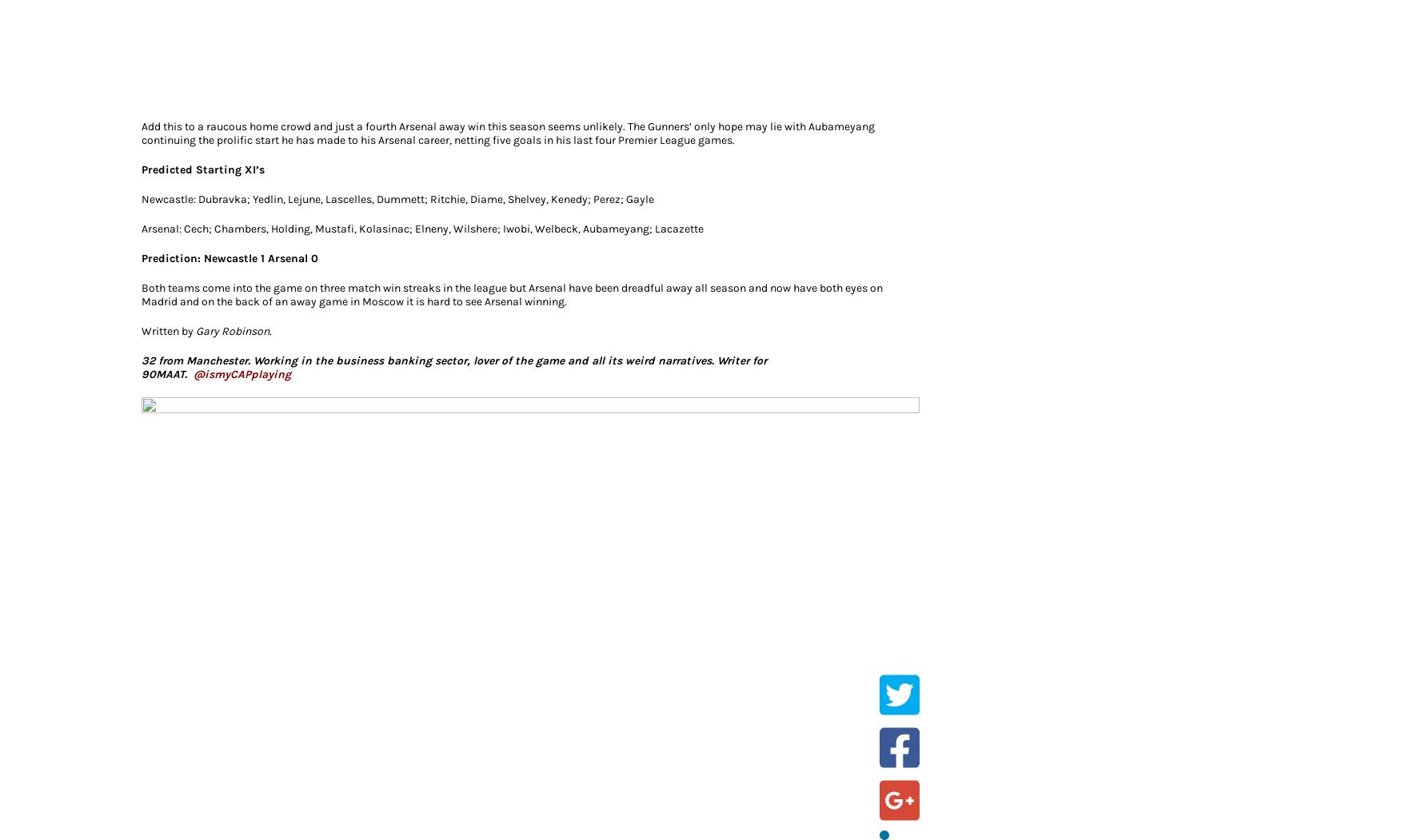 The image size is (1417, 840). What do you see at coordinates (397, 198) in the screenshot?
I see `'Newcastle: Dubravka; Yedlin, Lejune, Lascelles, Dummett; Ritchie, Diame, Shelvey, Kenedy; Perez; Gayle'` at bounding box center [397, 198].